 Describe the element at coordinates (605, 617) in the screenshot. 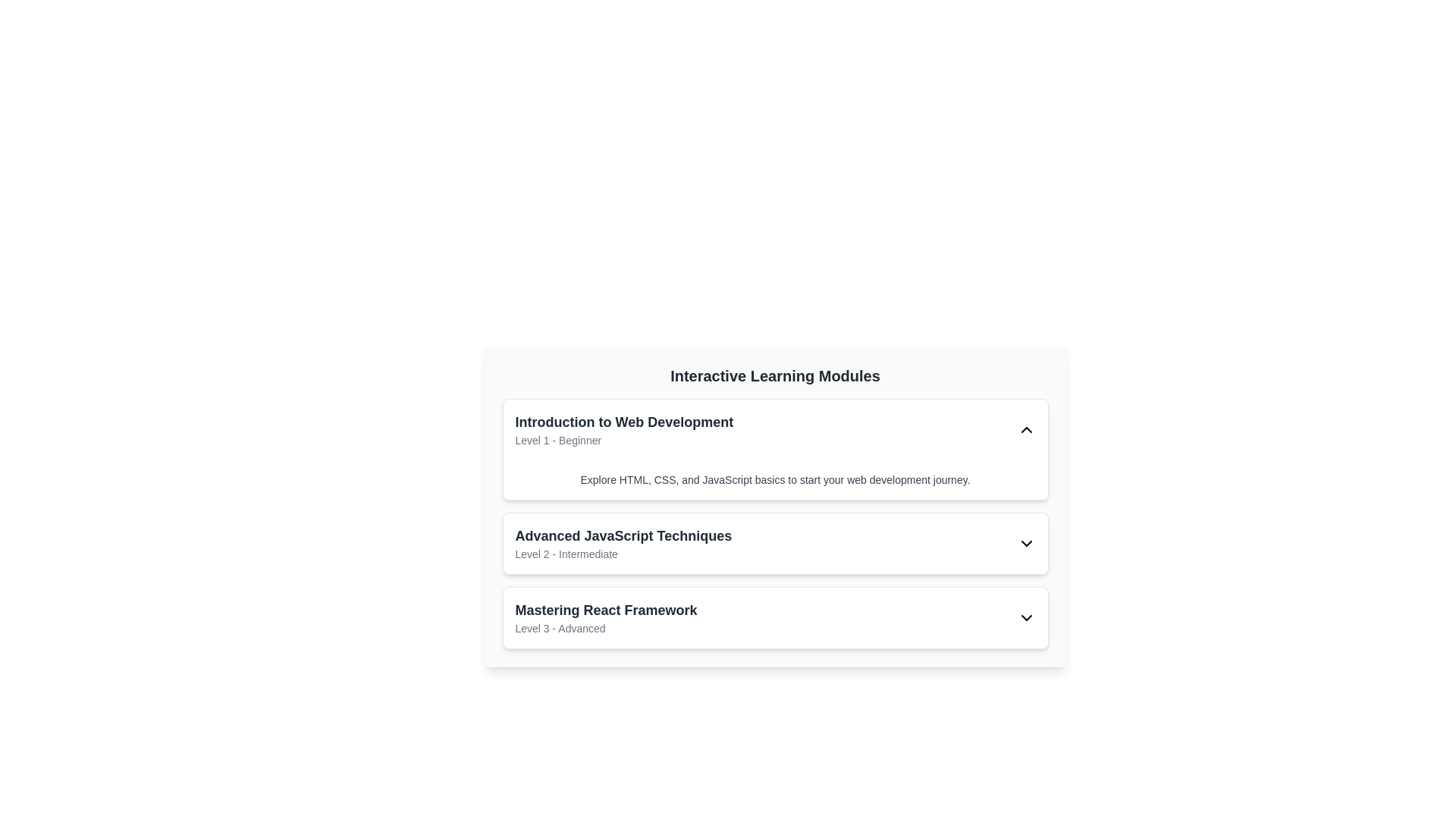

I see `the Text block displaying the title and difficulty level of the learning module, which is located in the lower section of the third card in the list of interactive learning modules` at that location.